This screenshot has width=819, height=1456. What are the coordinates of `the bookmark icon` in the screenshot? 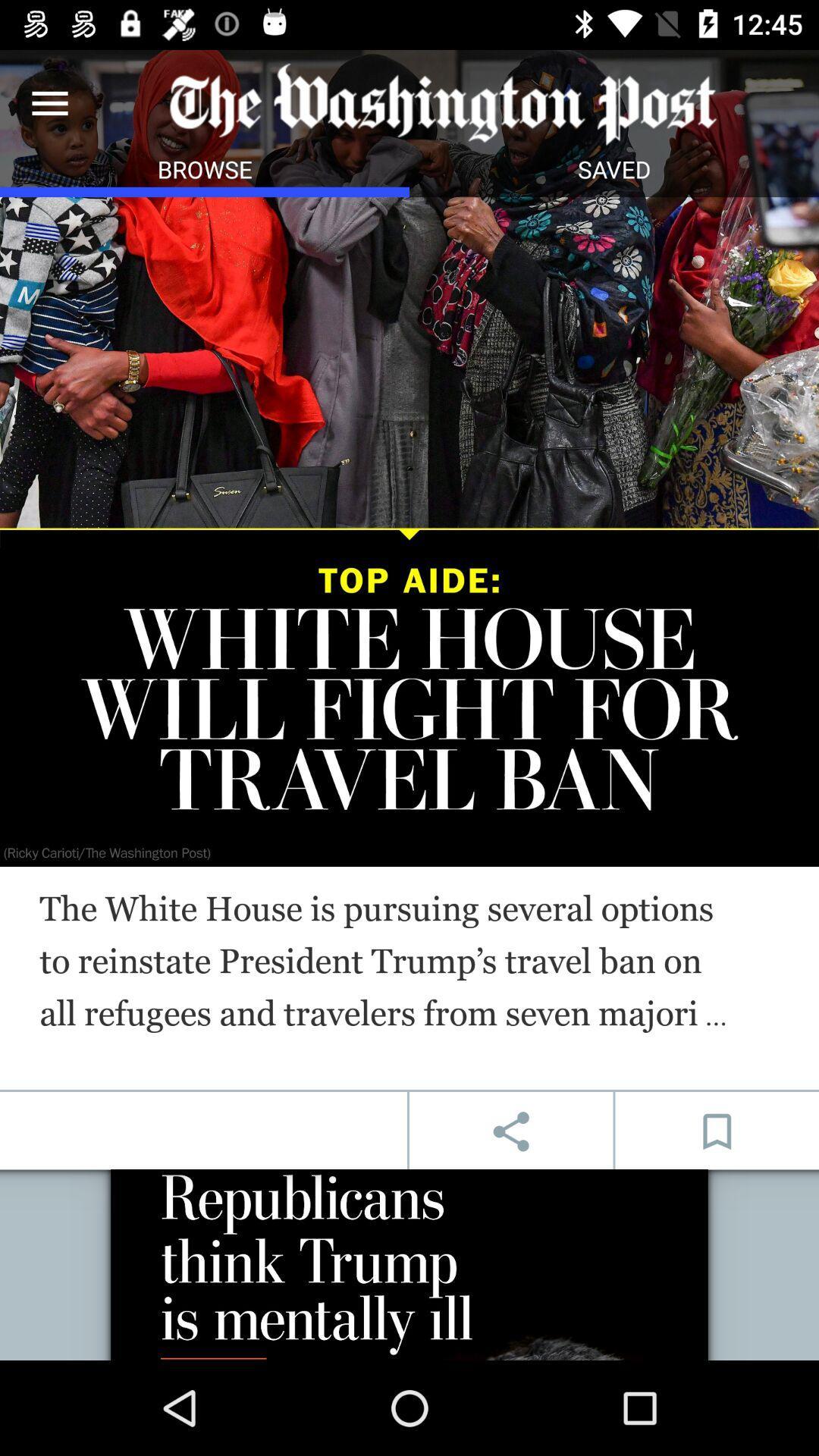 It's located at (717, 1131).